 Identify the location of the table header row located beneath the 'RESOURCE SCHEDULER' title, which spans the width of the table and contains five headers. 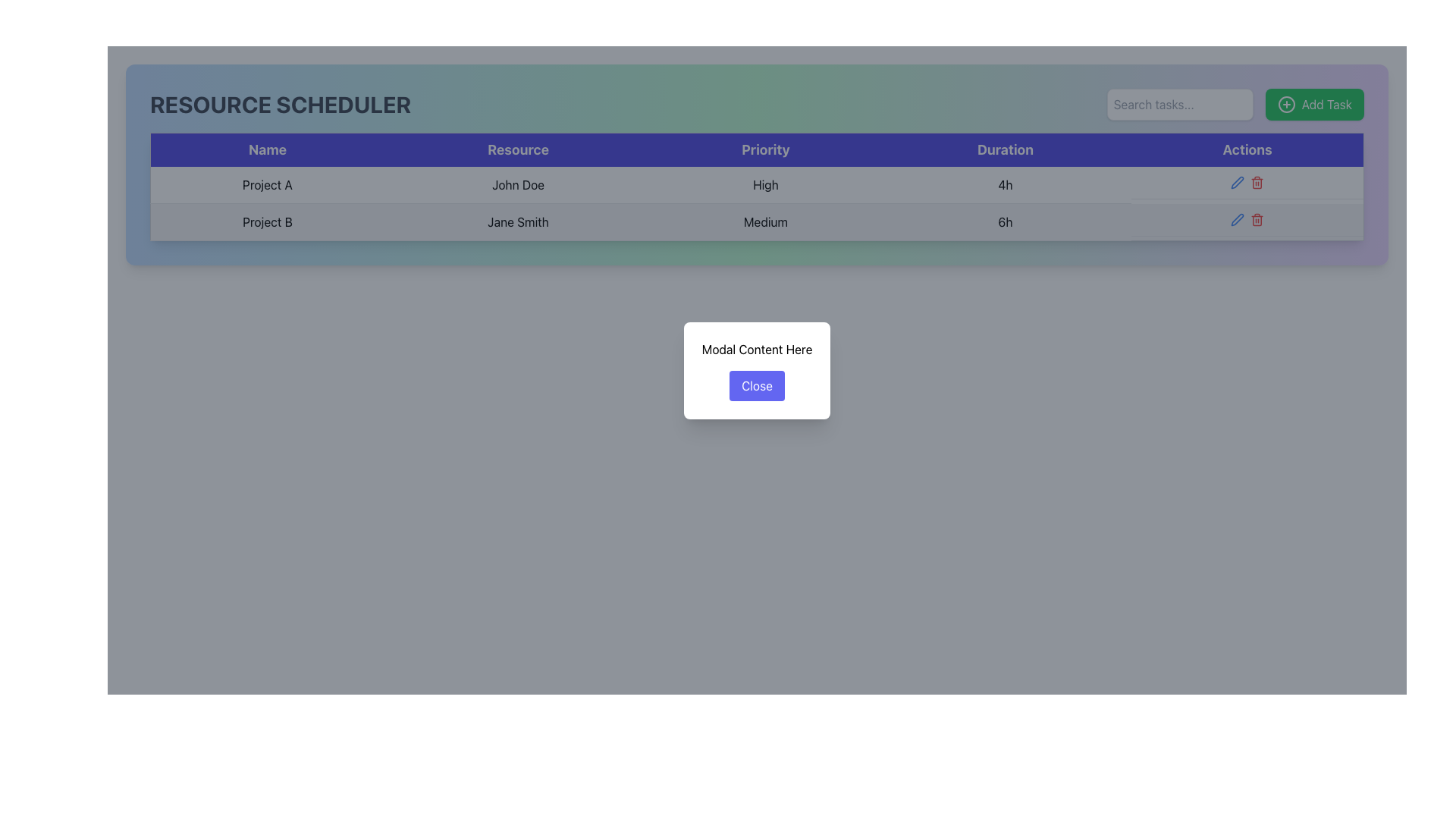
(757, 149).